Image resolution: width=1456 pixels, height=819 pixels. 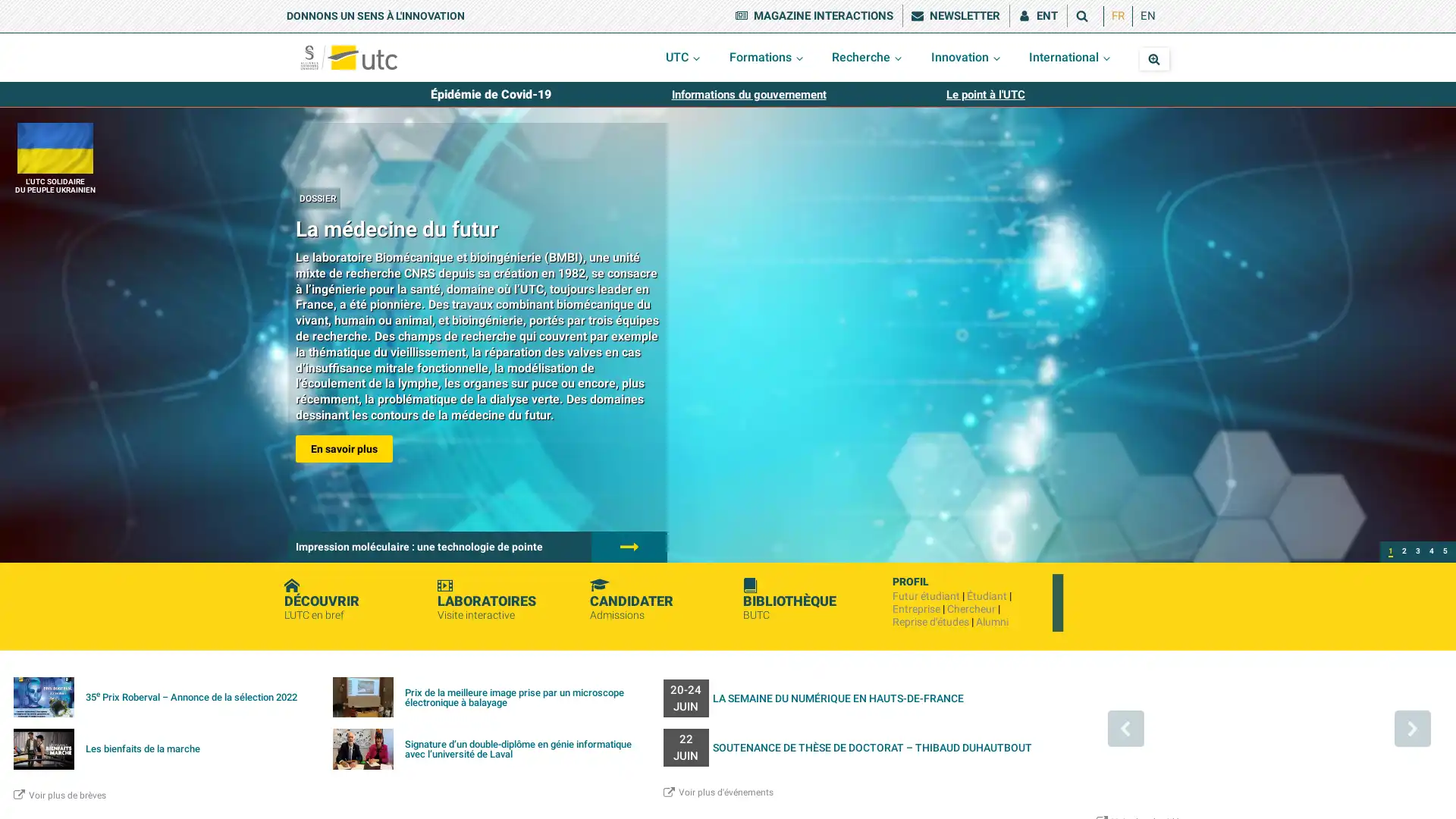 I want to click on Diapositive precedente, so click(x=1125, y=727).